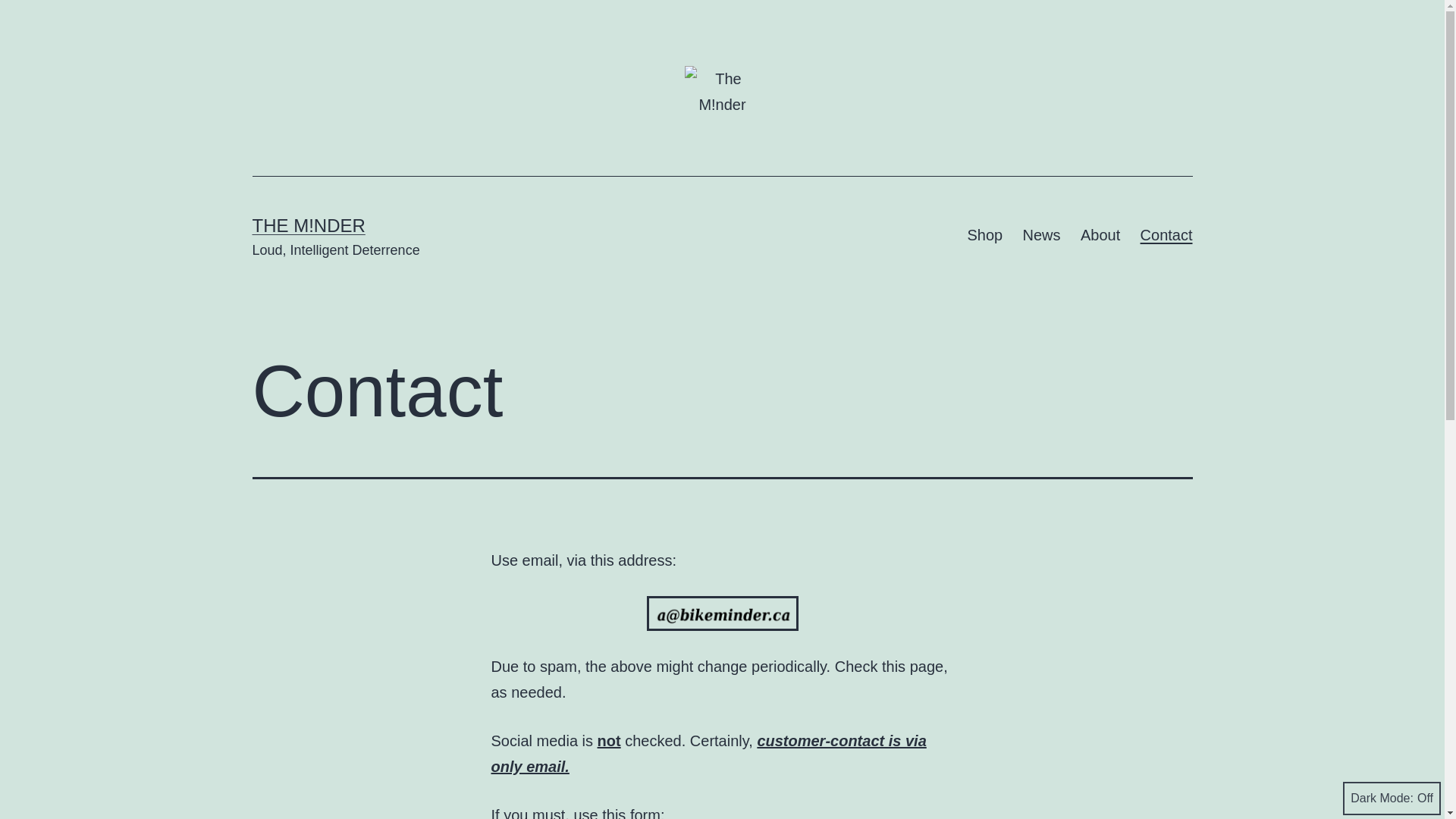  Describe the element at coordinates (984, 235) in the screenshot. I see `'Shop'` at that location.